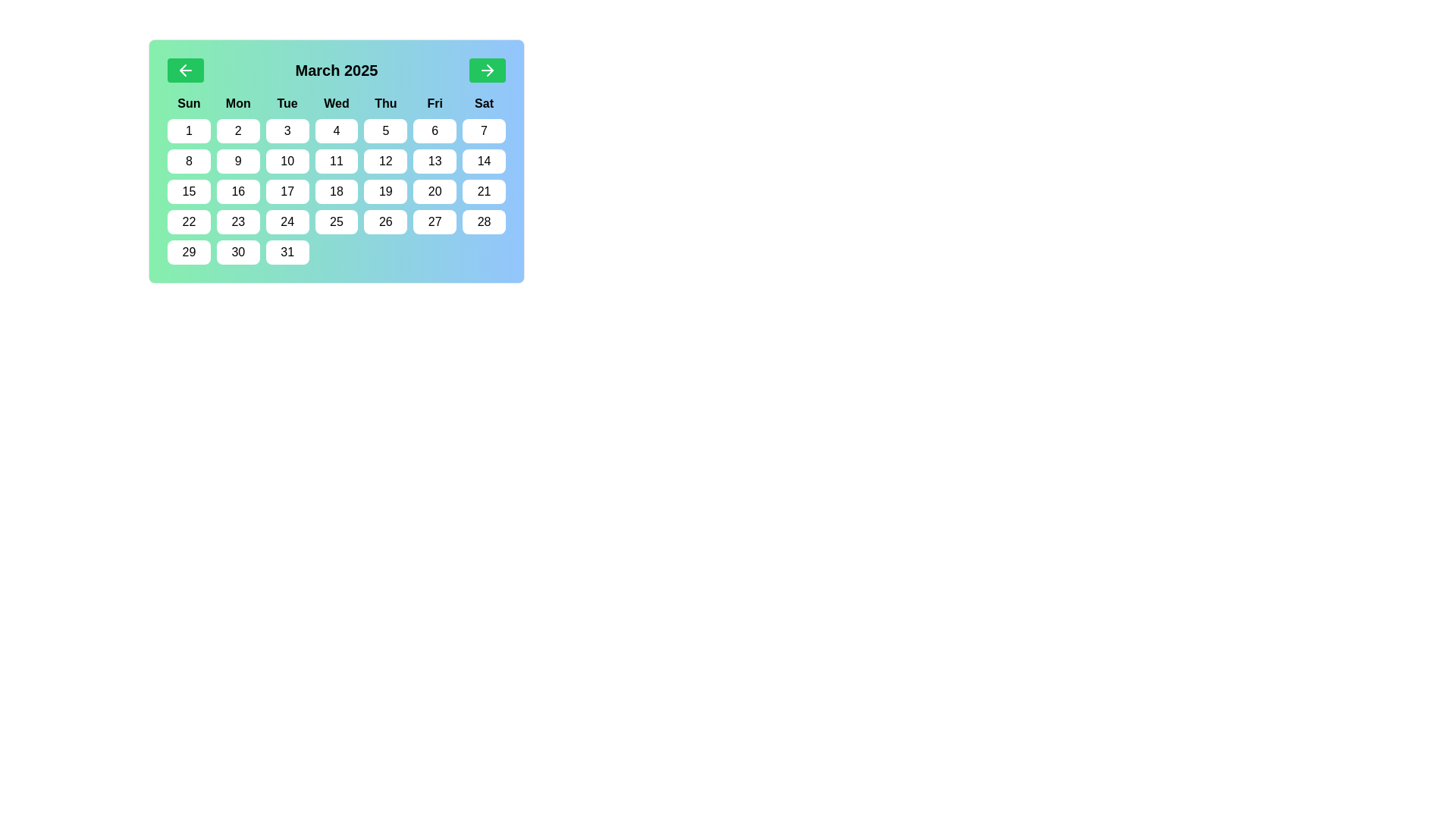 This screenshot has height=819, width=1456. Describe the element at coordinates (434, 161) in the screenshot. I see `the rectangular white button with rounded corners displaying the text '13' in black, located in the third row and sixth column of the calendar grid` at that location.